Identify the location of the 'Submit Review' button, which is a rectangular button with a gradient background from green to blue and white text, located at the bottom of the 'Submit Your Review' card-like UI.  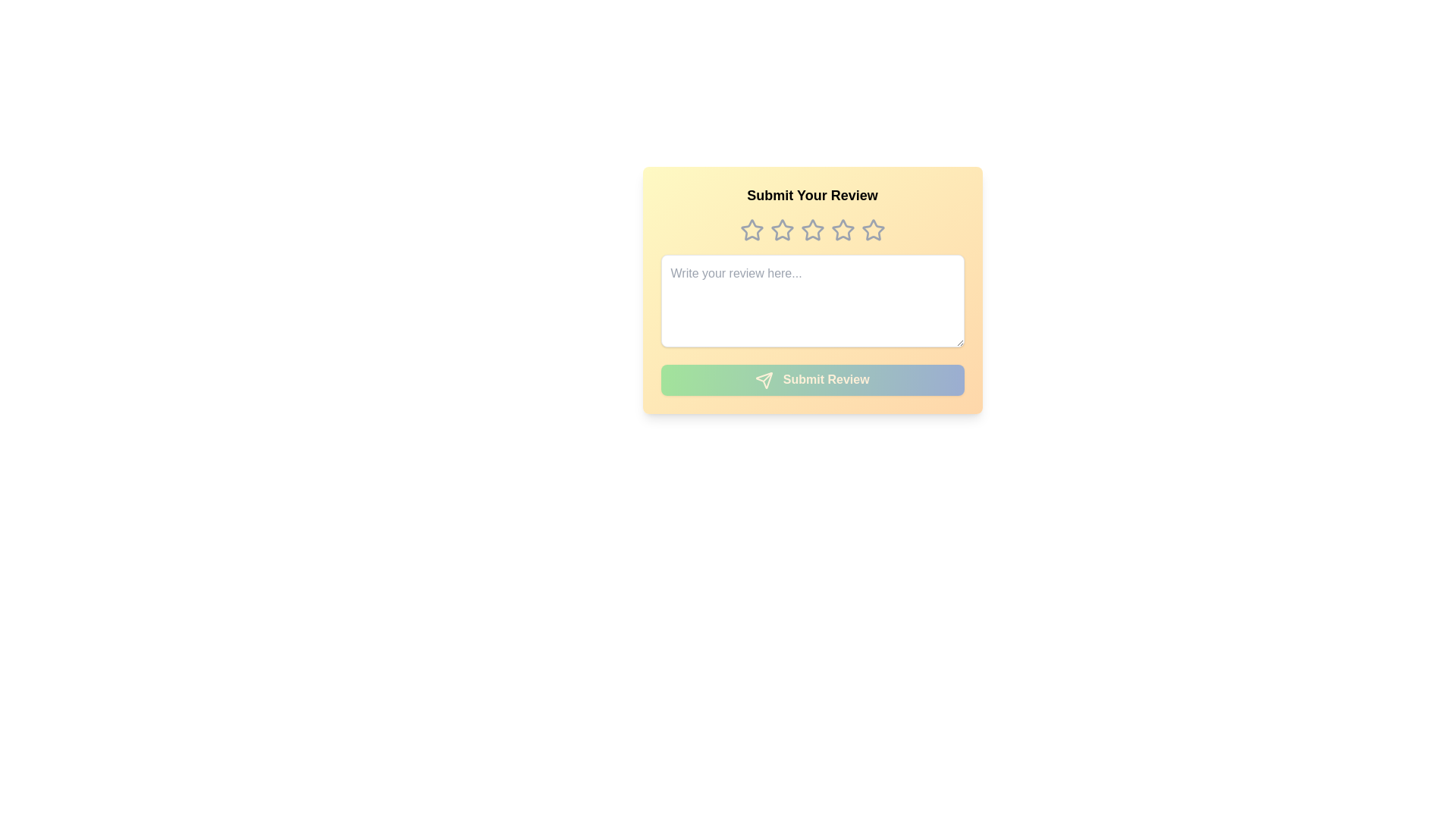
(811, 379).